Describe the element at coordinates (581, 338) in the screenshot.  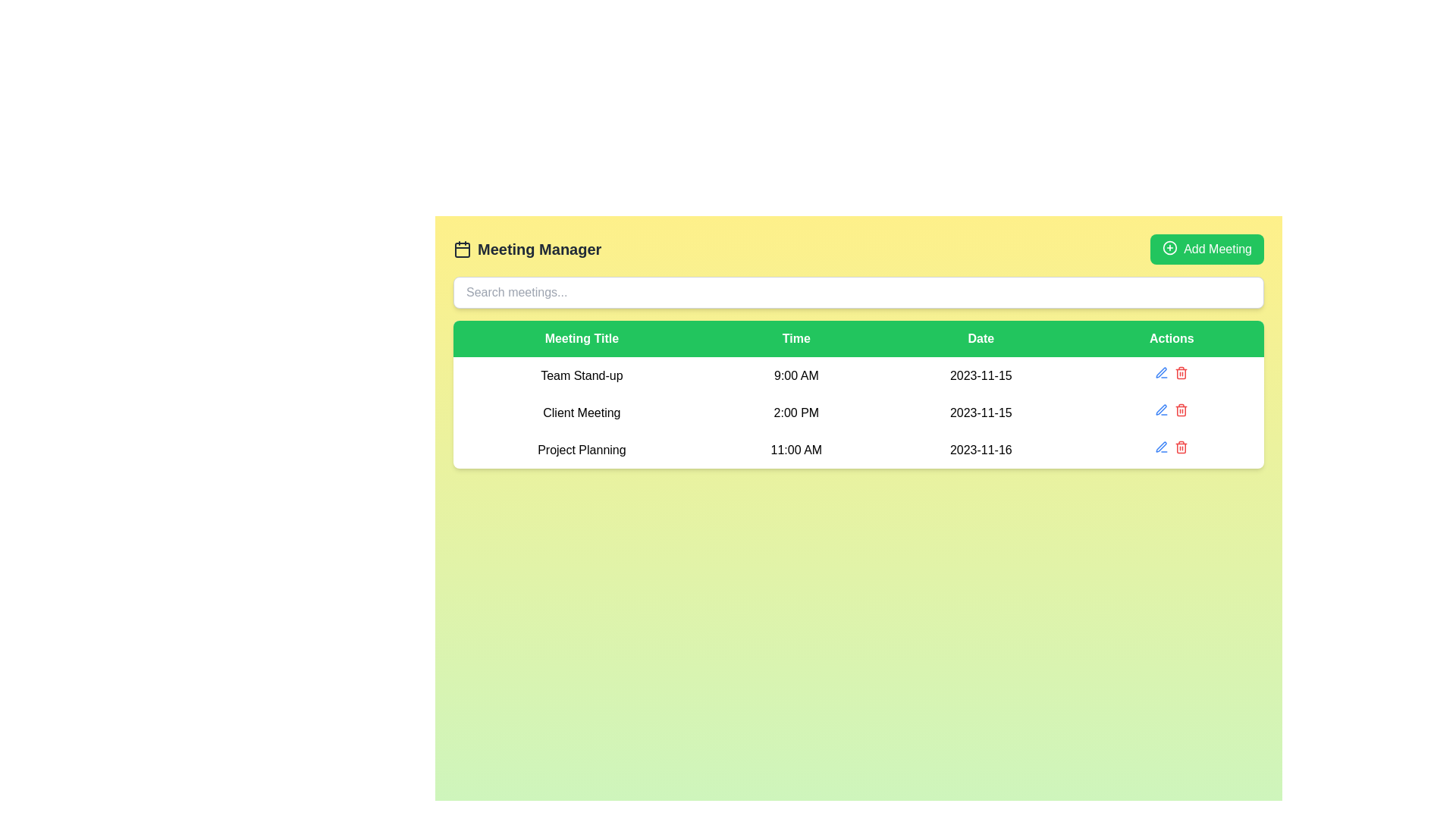
I see `the first column header of the table that indicates meeting titles, located at the top of the table's body` at that location.